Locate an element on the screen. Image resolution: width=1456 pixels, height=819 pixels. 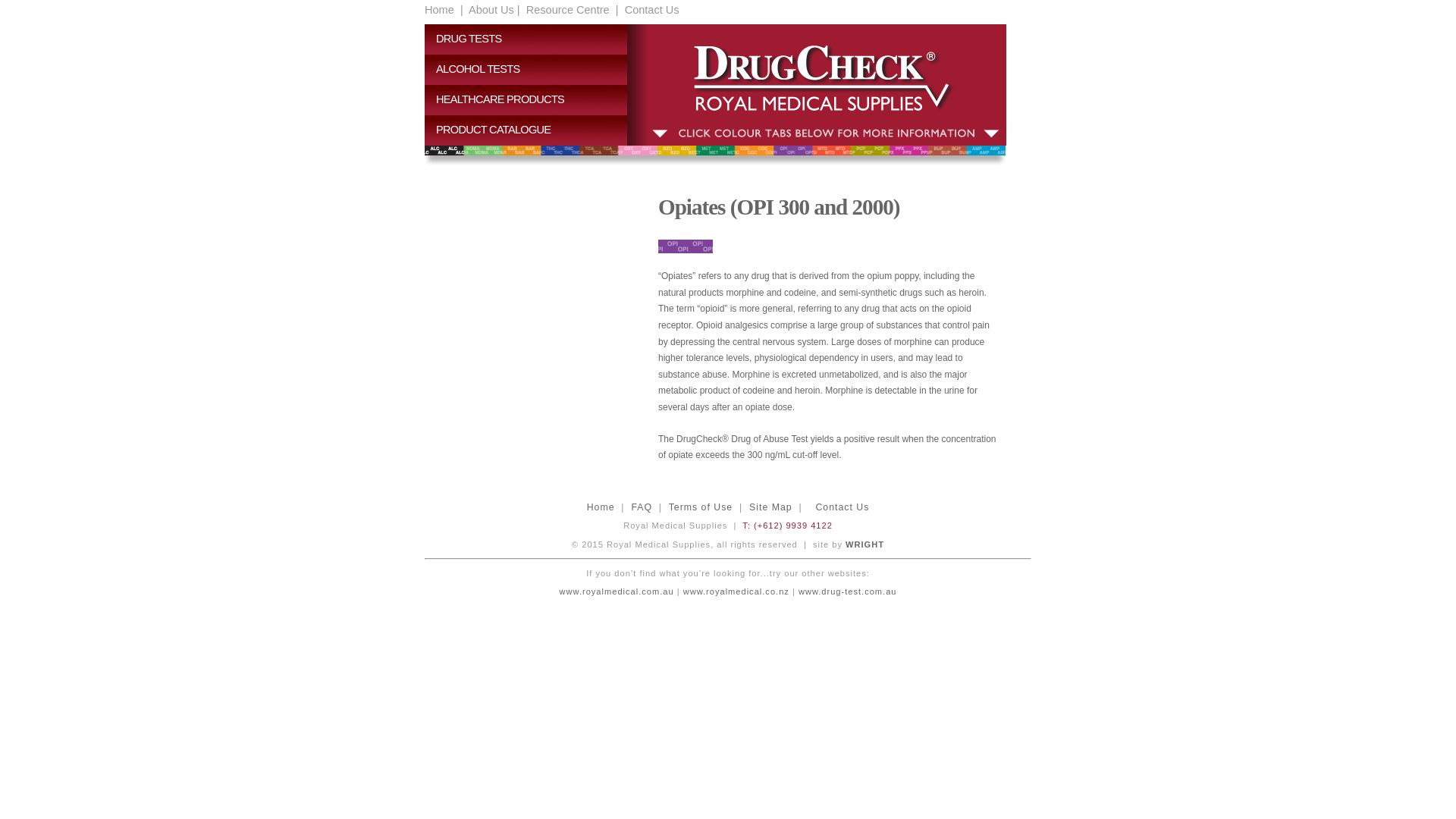
'Site Map' is located at coordinates (770, 507).